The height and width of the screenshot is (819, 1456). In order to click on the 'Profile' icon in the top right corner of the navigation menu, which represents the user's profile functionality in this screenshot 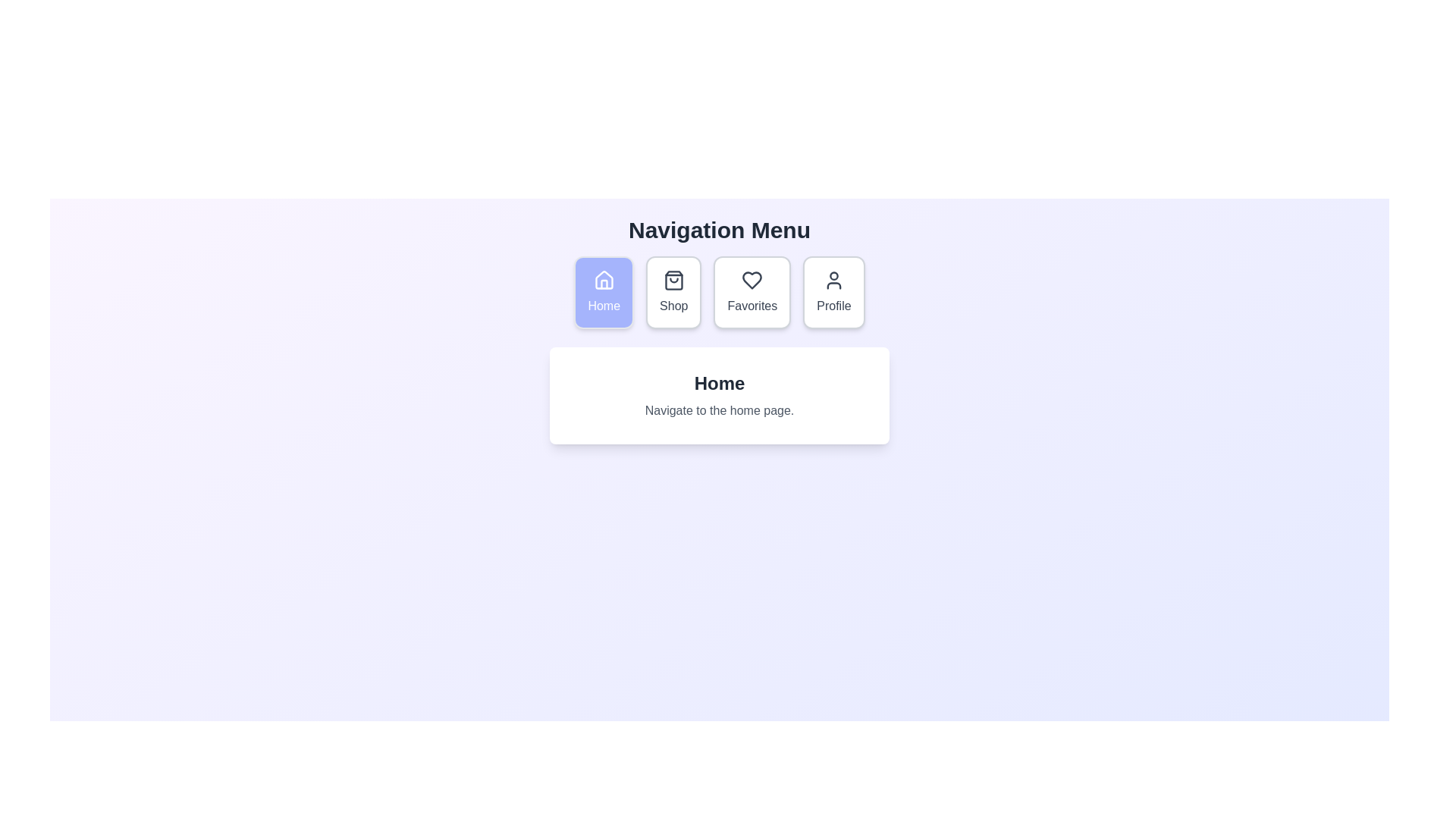, I will do `click(833, 281)`.